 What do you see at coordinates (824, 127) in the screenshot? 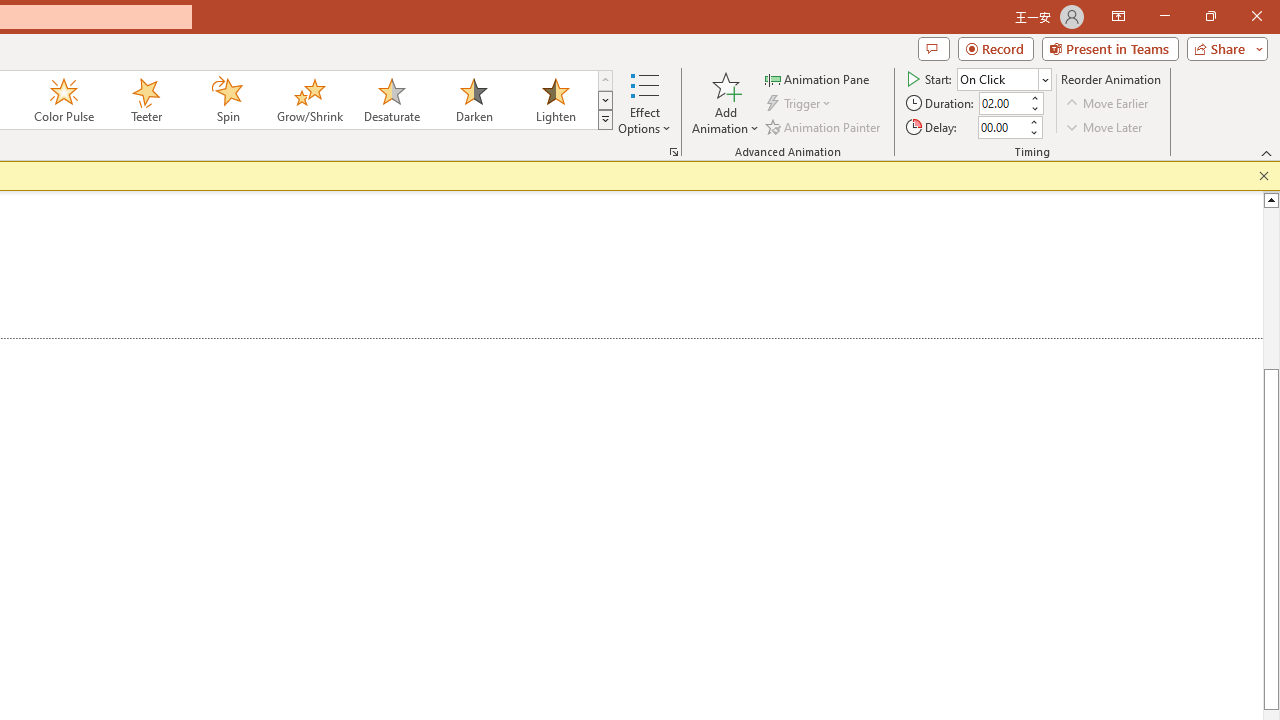
I see `'Animation Painter'` at bounding box center [824, 127].